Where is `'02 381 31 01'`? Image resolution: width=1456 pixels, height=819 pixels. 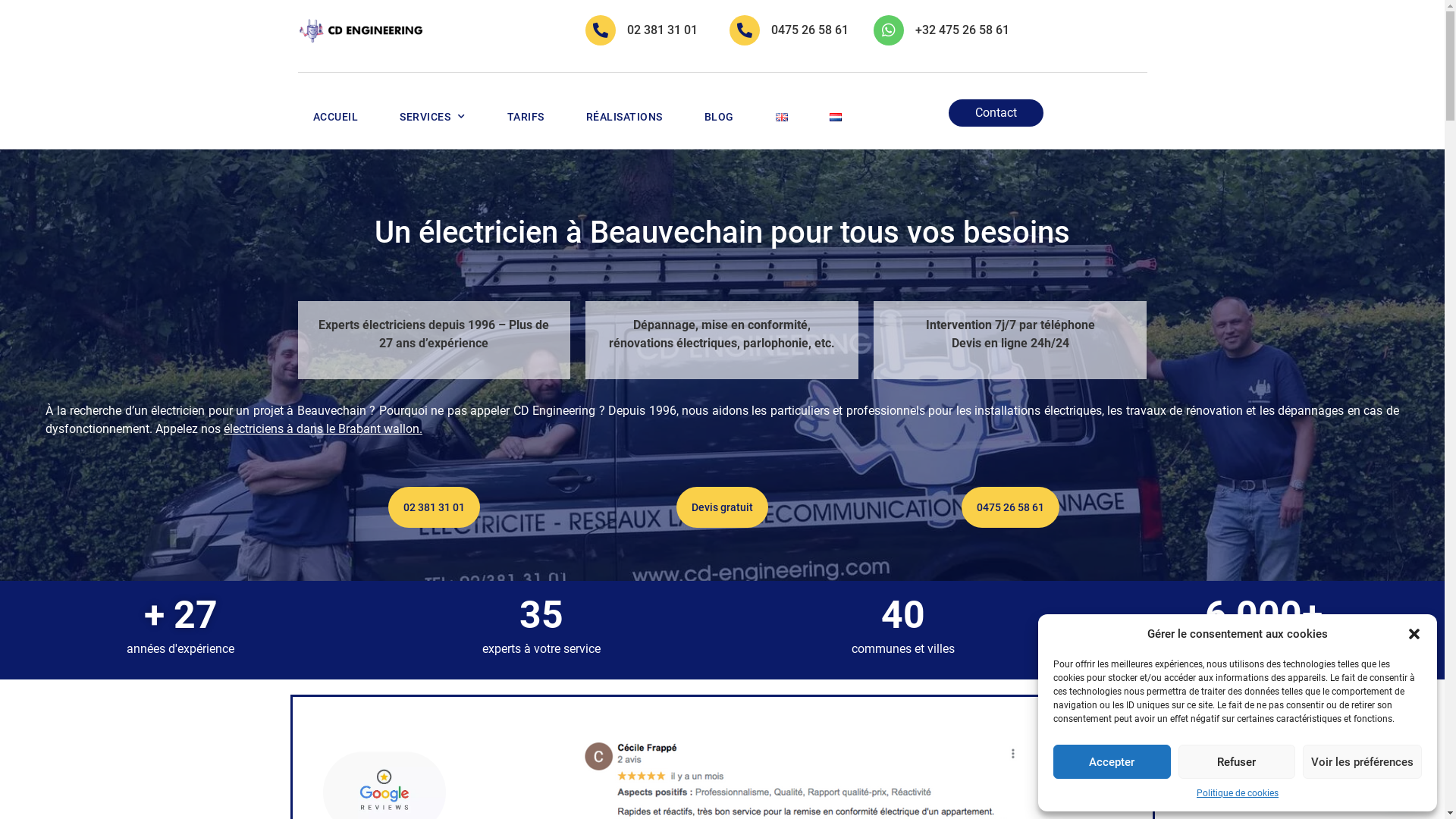 '02 381 31 01' is located at coordinates (433, 507).